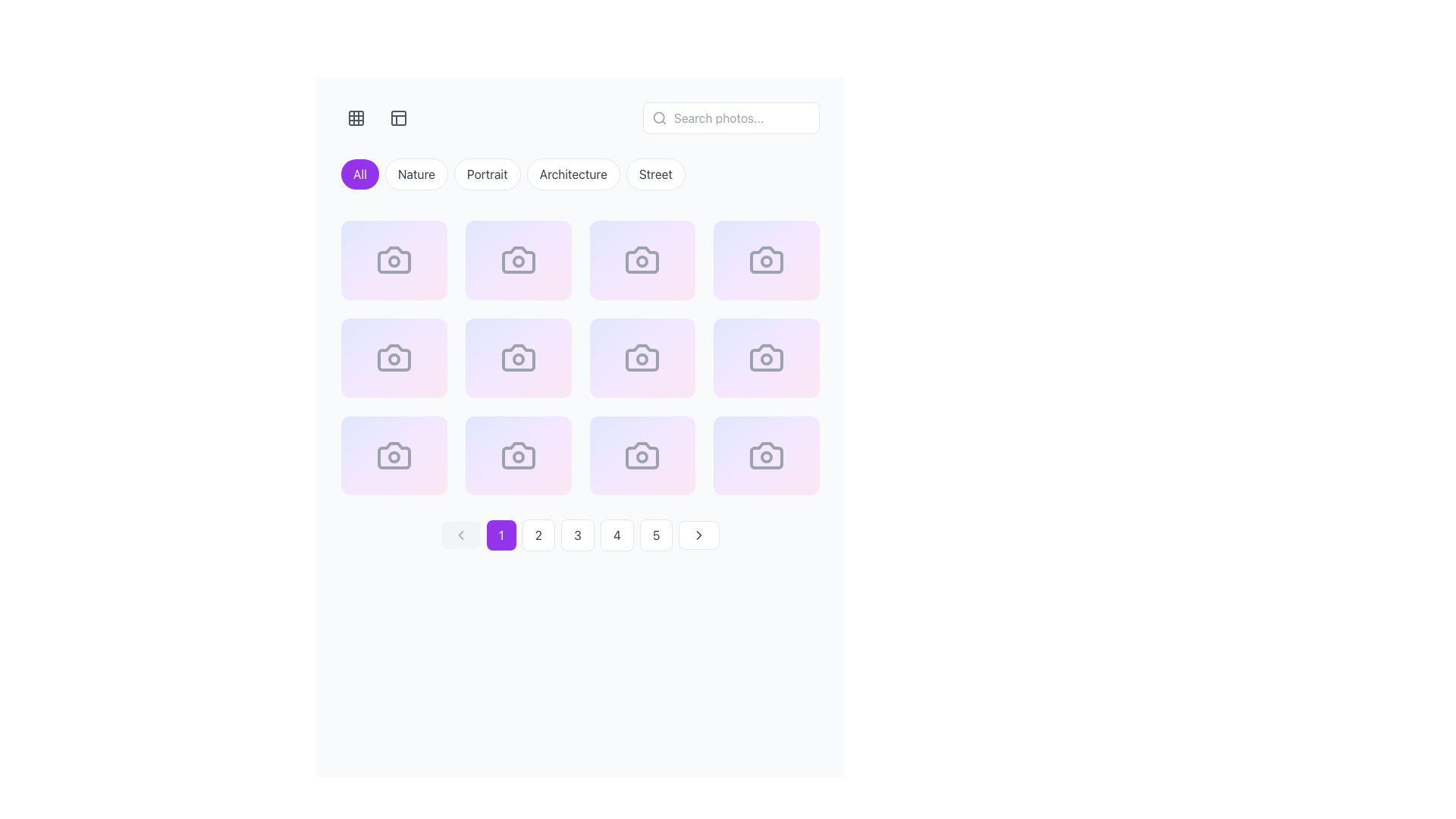 The width and height of the screenshot is (1456, 819). What do you see at coordinates (683, 275) in the screenshot?
I see `the circular button with an eye icon` at bounding box center [683, 275].